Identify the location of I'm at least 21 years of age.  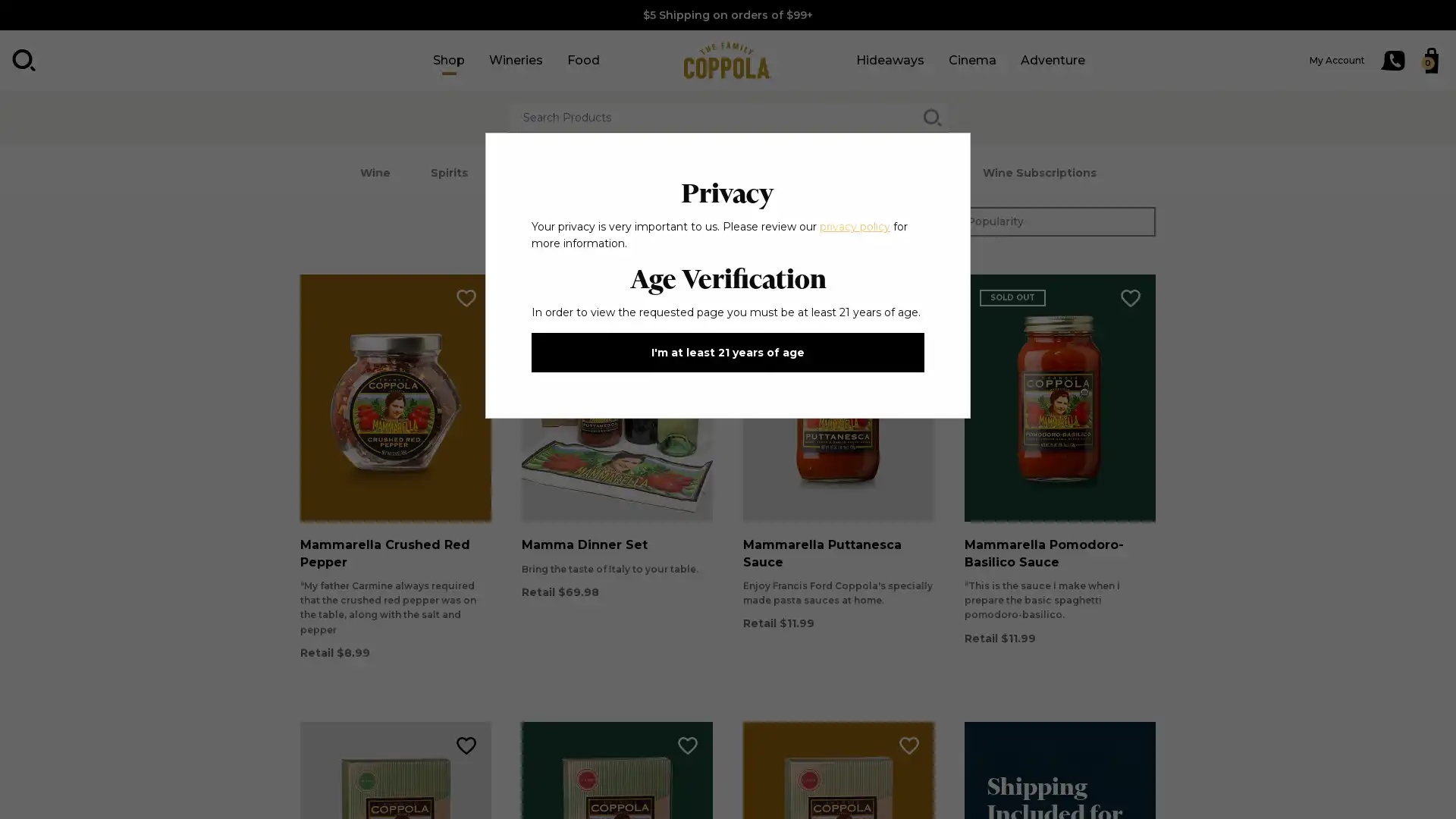
(728, 353).